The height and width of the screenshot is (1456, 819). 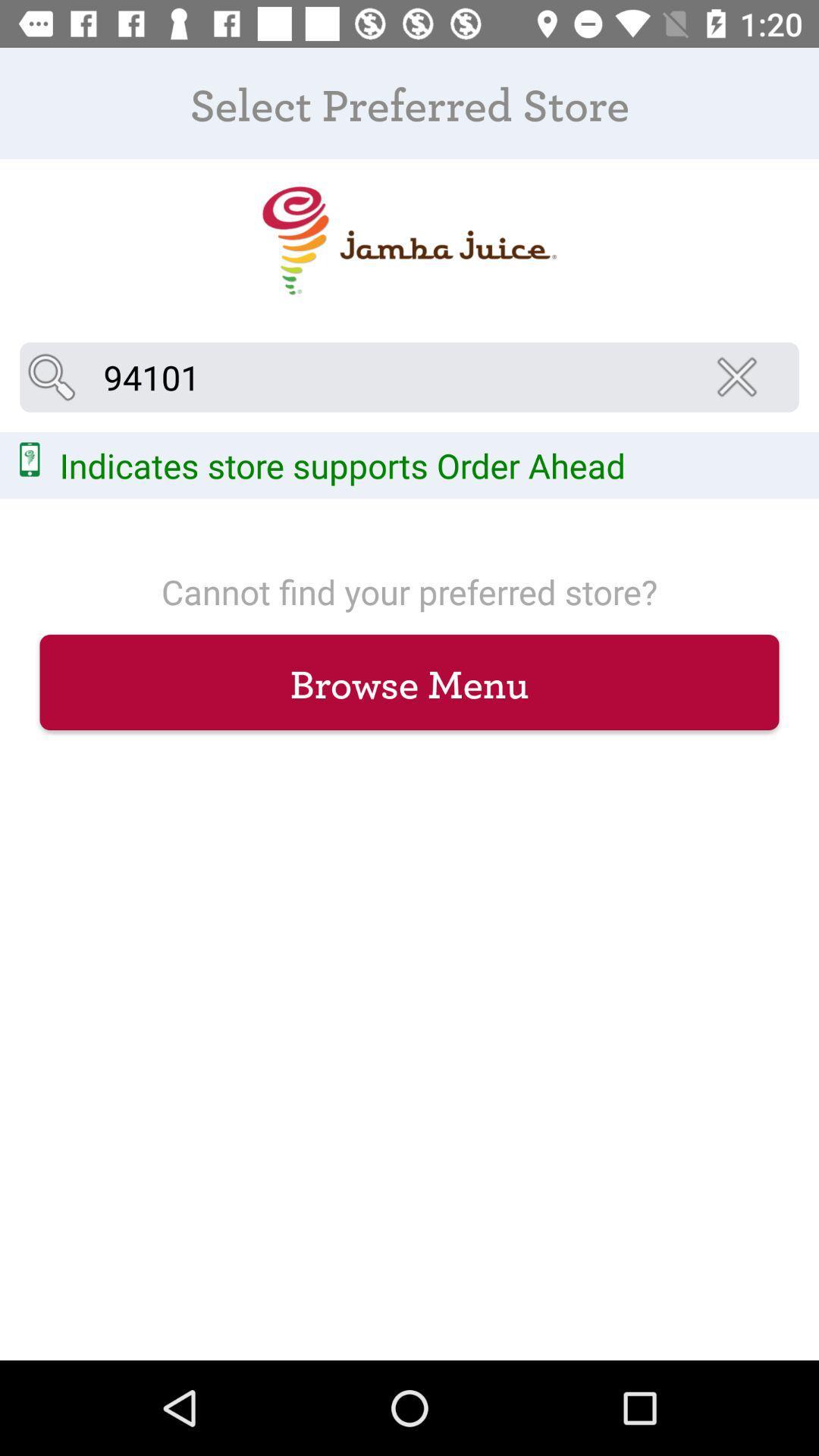 What do you see at coordinates (741, 377) in the screenshot?
I see `the icon below the select preferred store` at bounding box center [741, 377].